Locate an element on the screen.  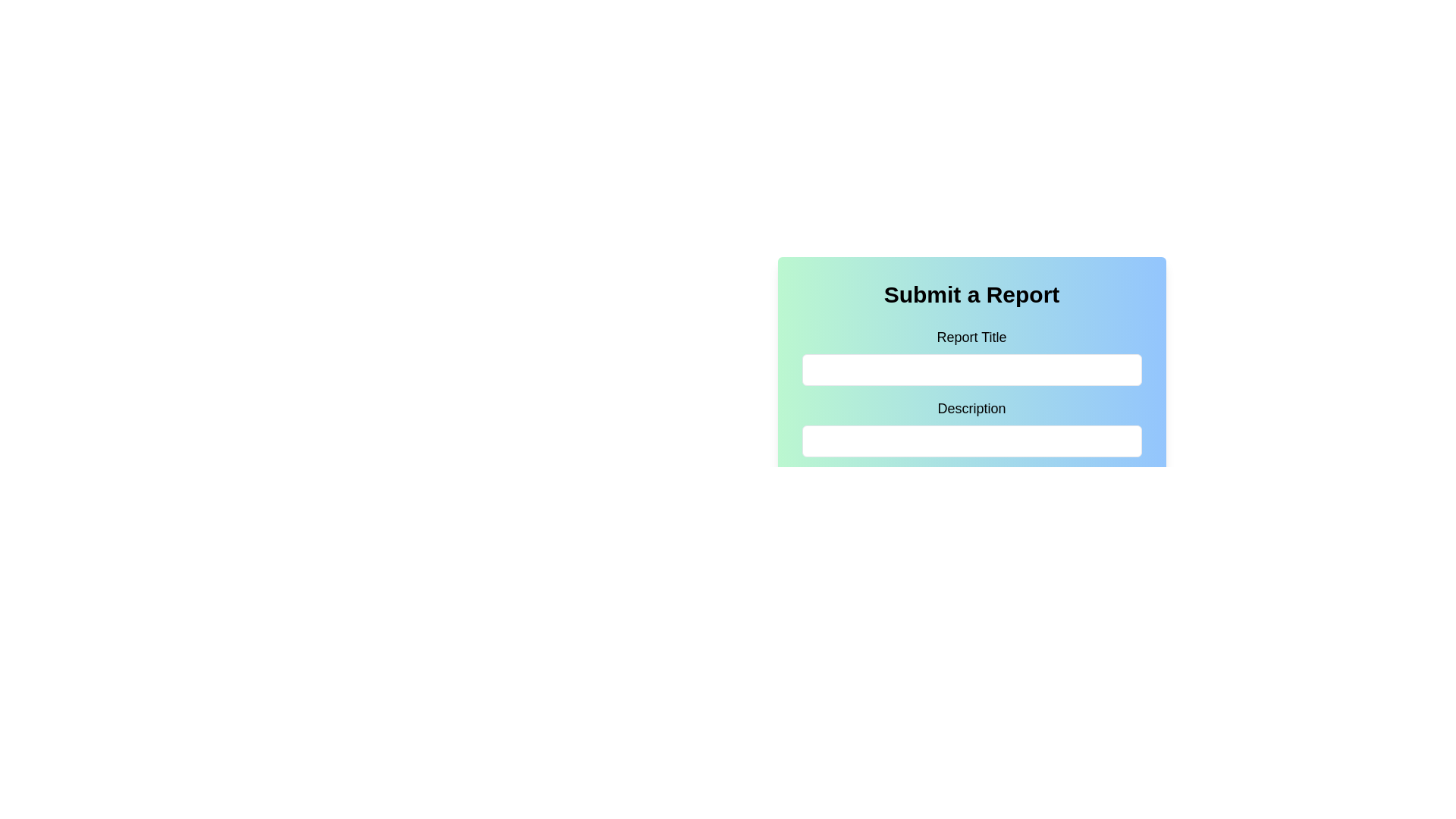
the 'Description' text input box located beneath the 'Report Title' section of the form, which is the second labeled input field in the interface is located at coordinates (971, 427).